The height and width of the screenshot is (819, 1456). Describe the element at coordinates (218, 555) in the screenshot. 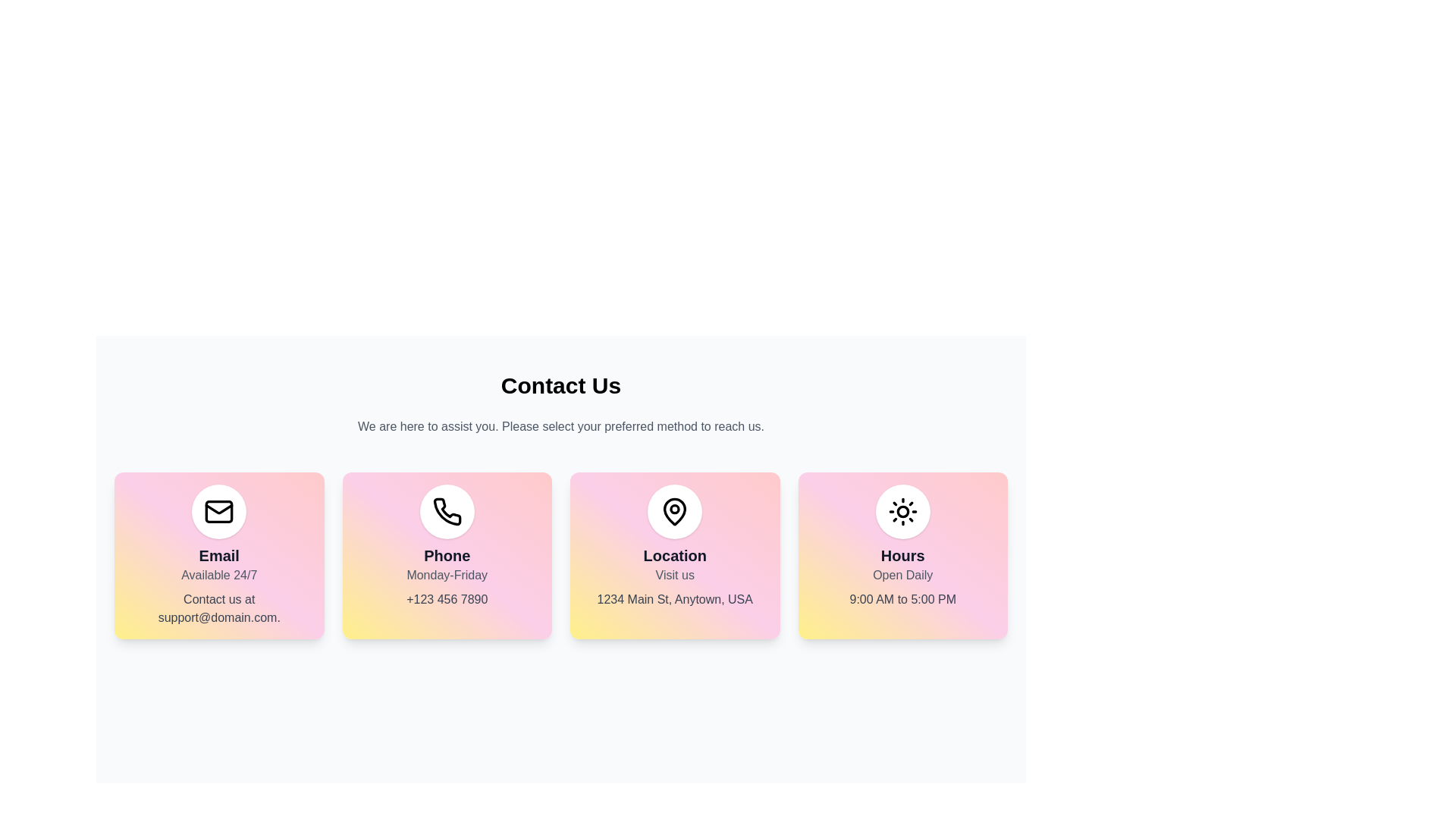

I see `the 'Email' label displayed in bold, extra-large font within the pastel gradient card, located in the first card on the left` at that location.